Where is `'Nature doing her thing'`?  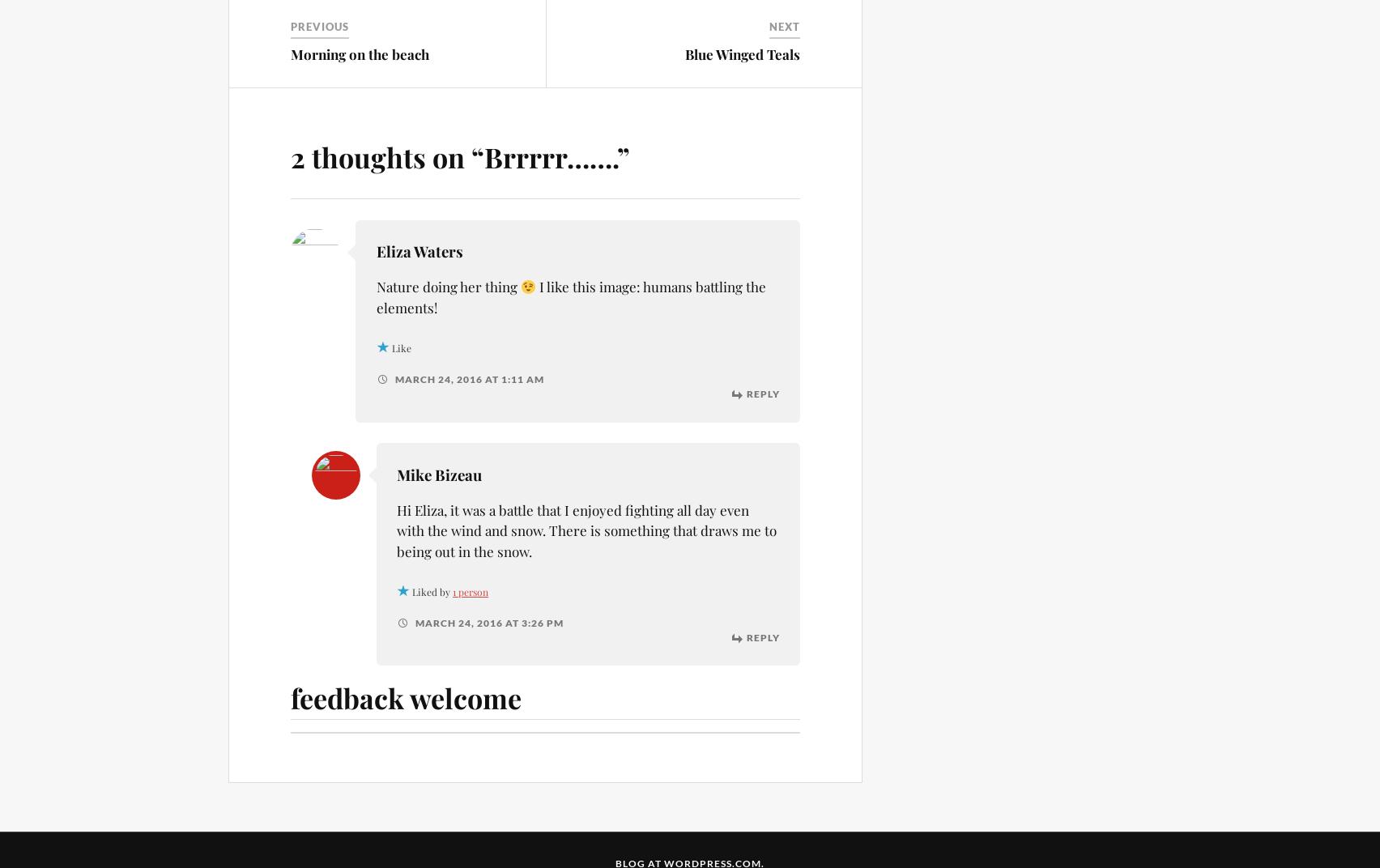 'Nature doing her thing' is located at coordinates (447, 286).